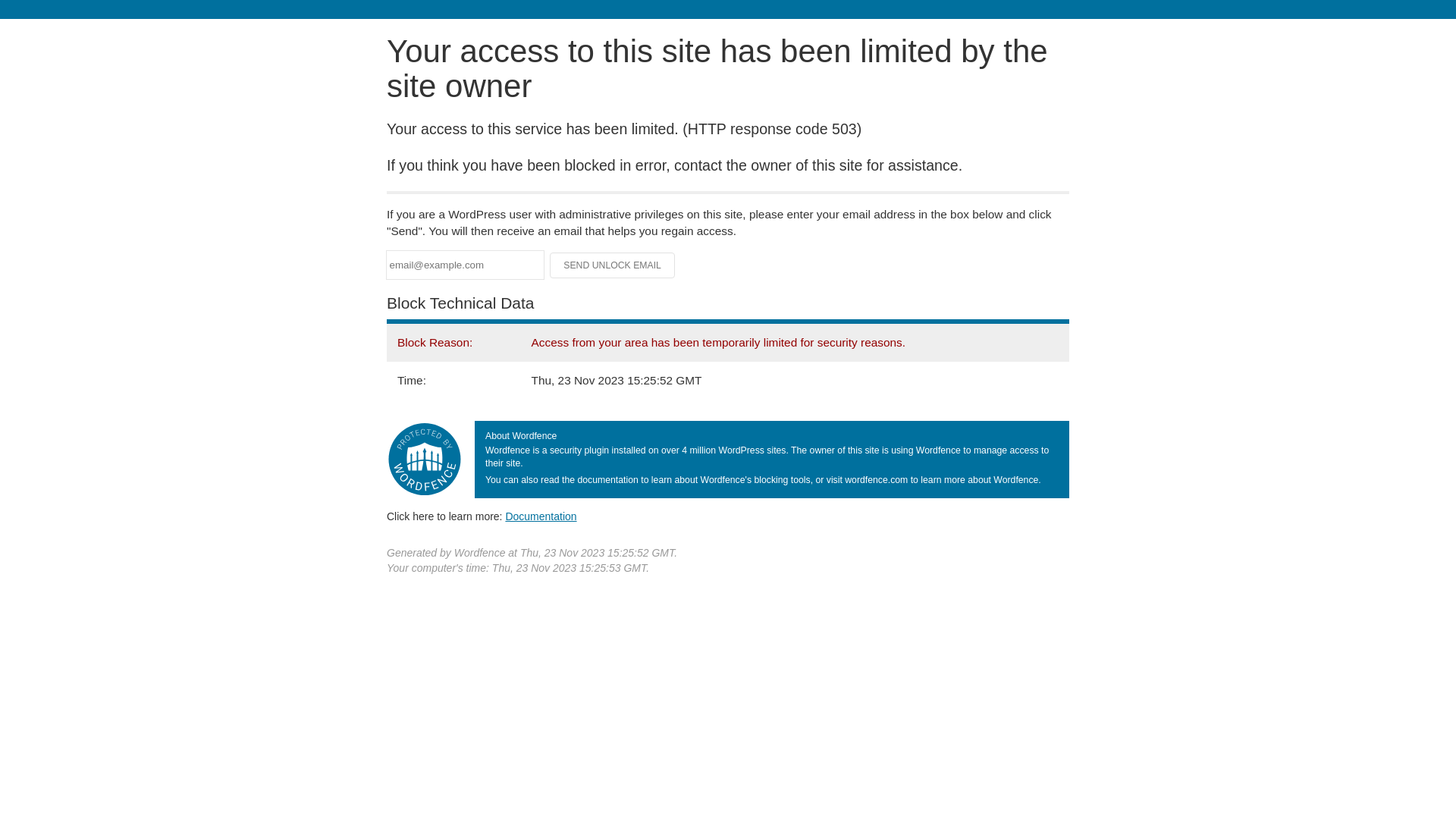  What do you see at coordinates (612, 265) in the screenshot?
I see `'Send Unlock Email'` at bounding box center [612, 265].